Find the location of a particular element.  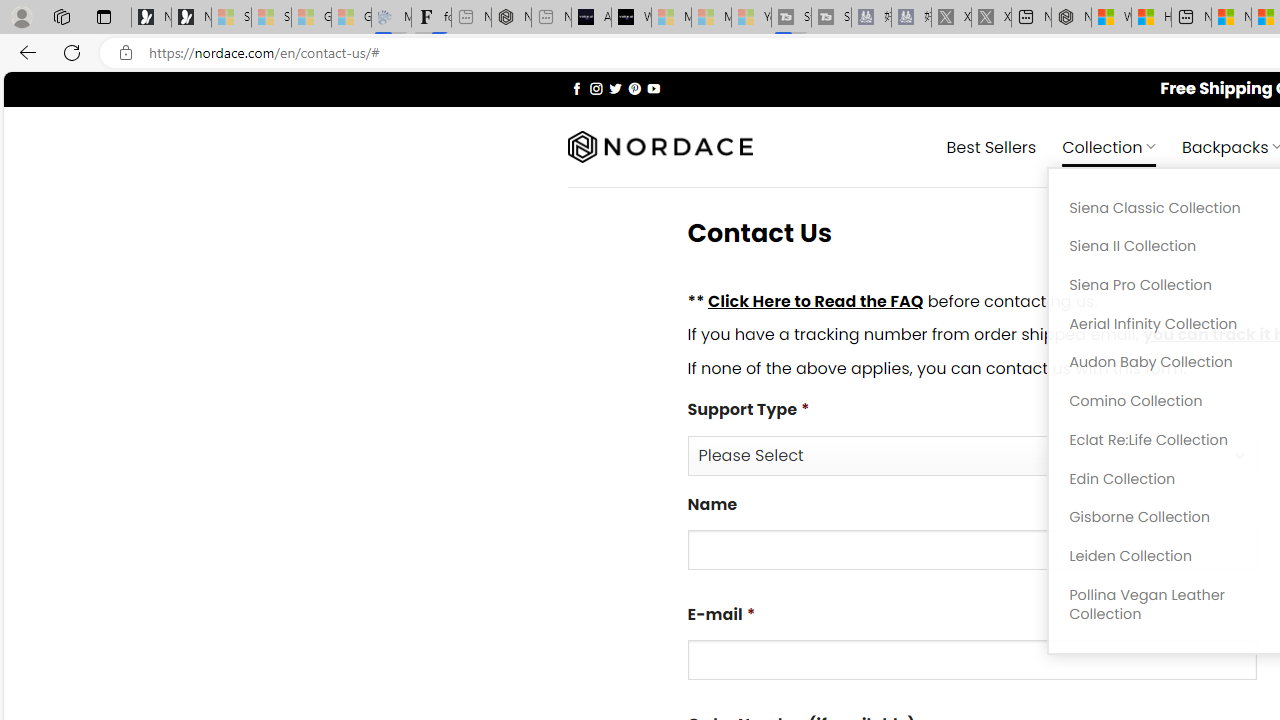

'  Best Sellers' is located at coordinates (991, 145).